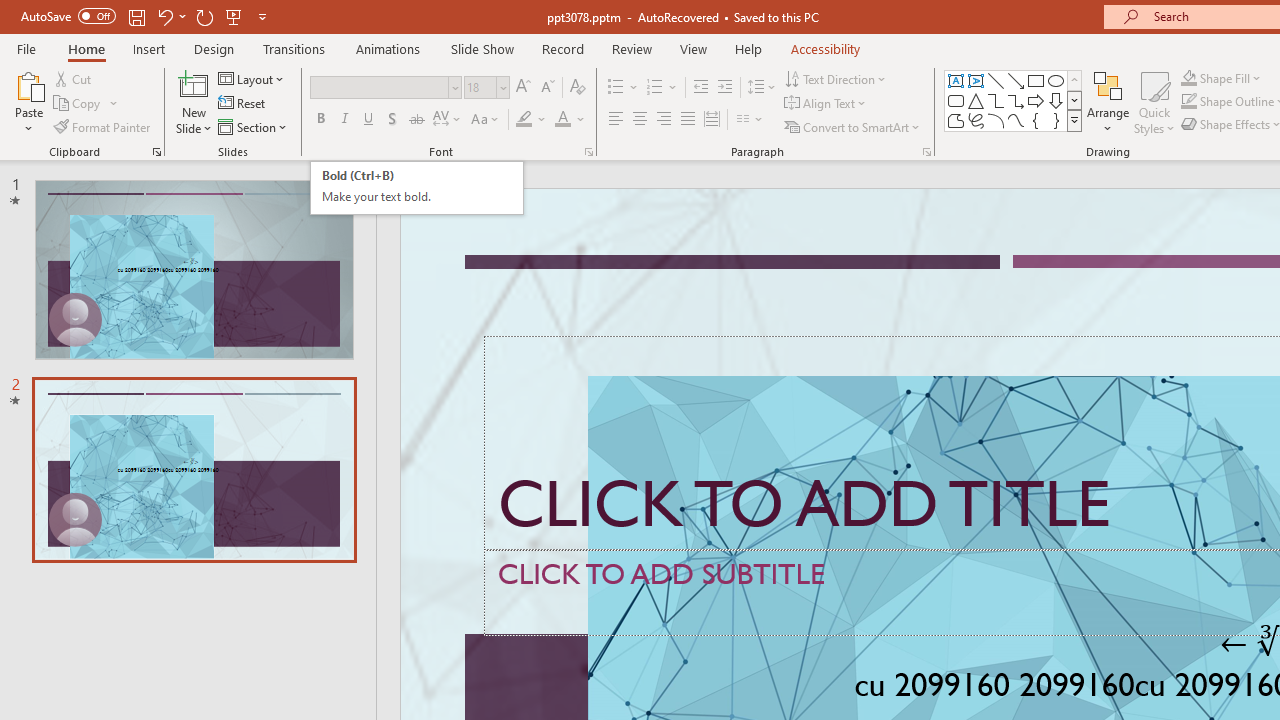 The image size is (1280, 720). I want to click on 'Numbering', so click(654, 86).